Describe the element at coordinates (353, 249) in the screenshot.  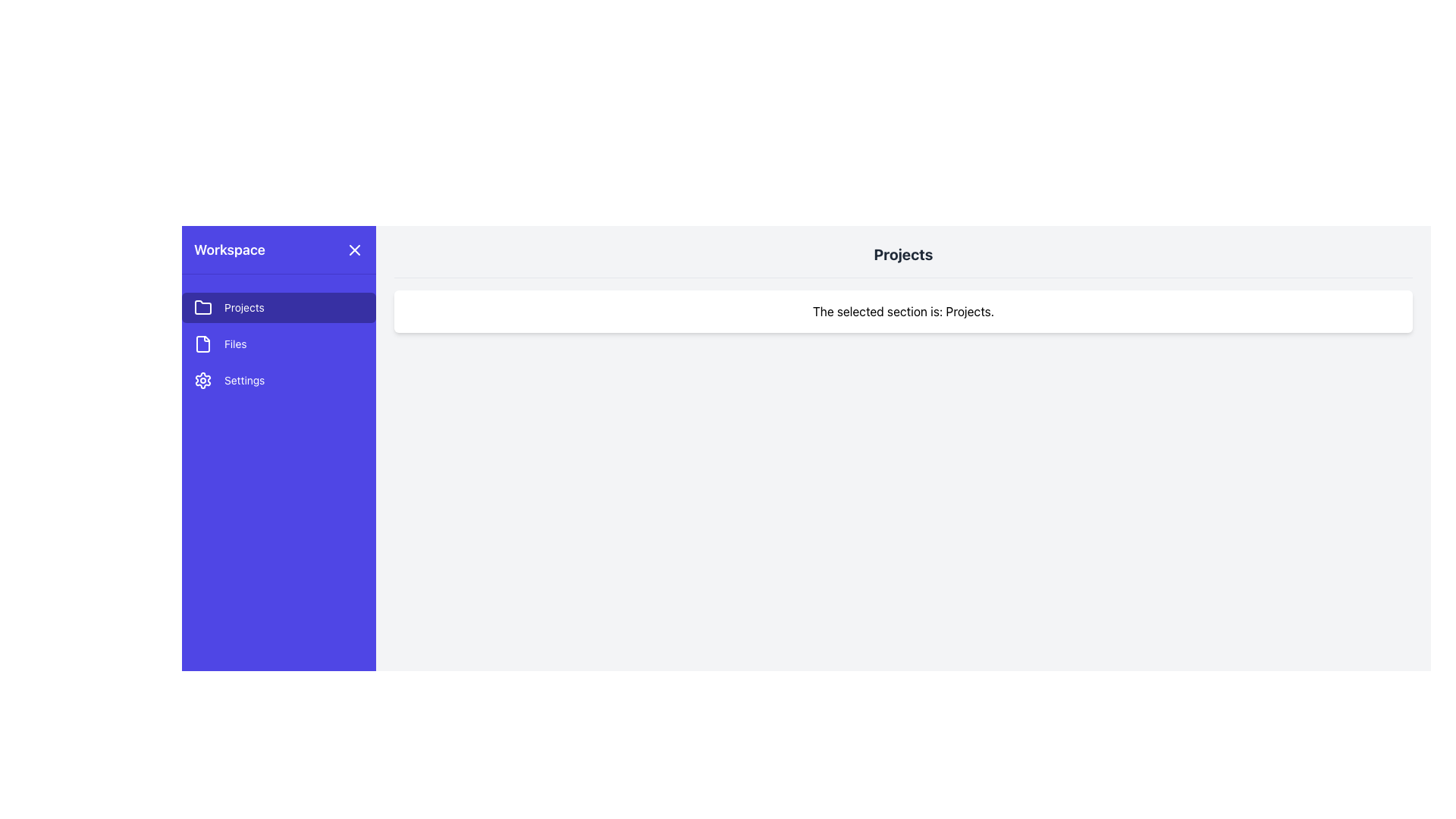
I see `the close button located in the upper-right corner of the 'Workspace' sidebar` at that location.